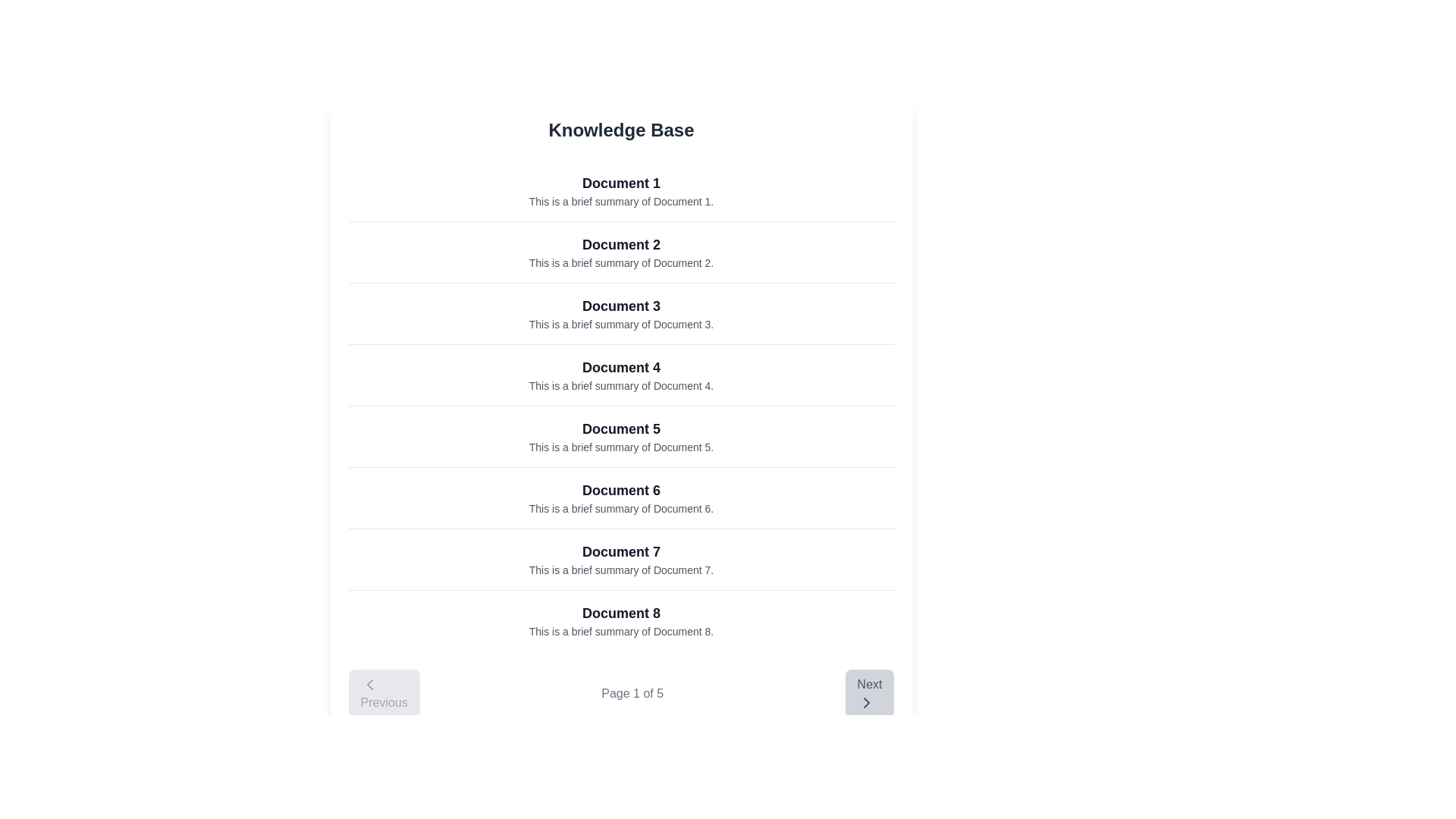 The height and width of the screenshot is (819, 1456). Describe the element at coordinates (870, 693) in the screenshot. I see `the button located at the bottom-right corner of the pagination bar, which facilitates navigation to the next page` at that location.